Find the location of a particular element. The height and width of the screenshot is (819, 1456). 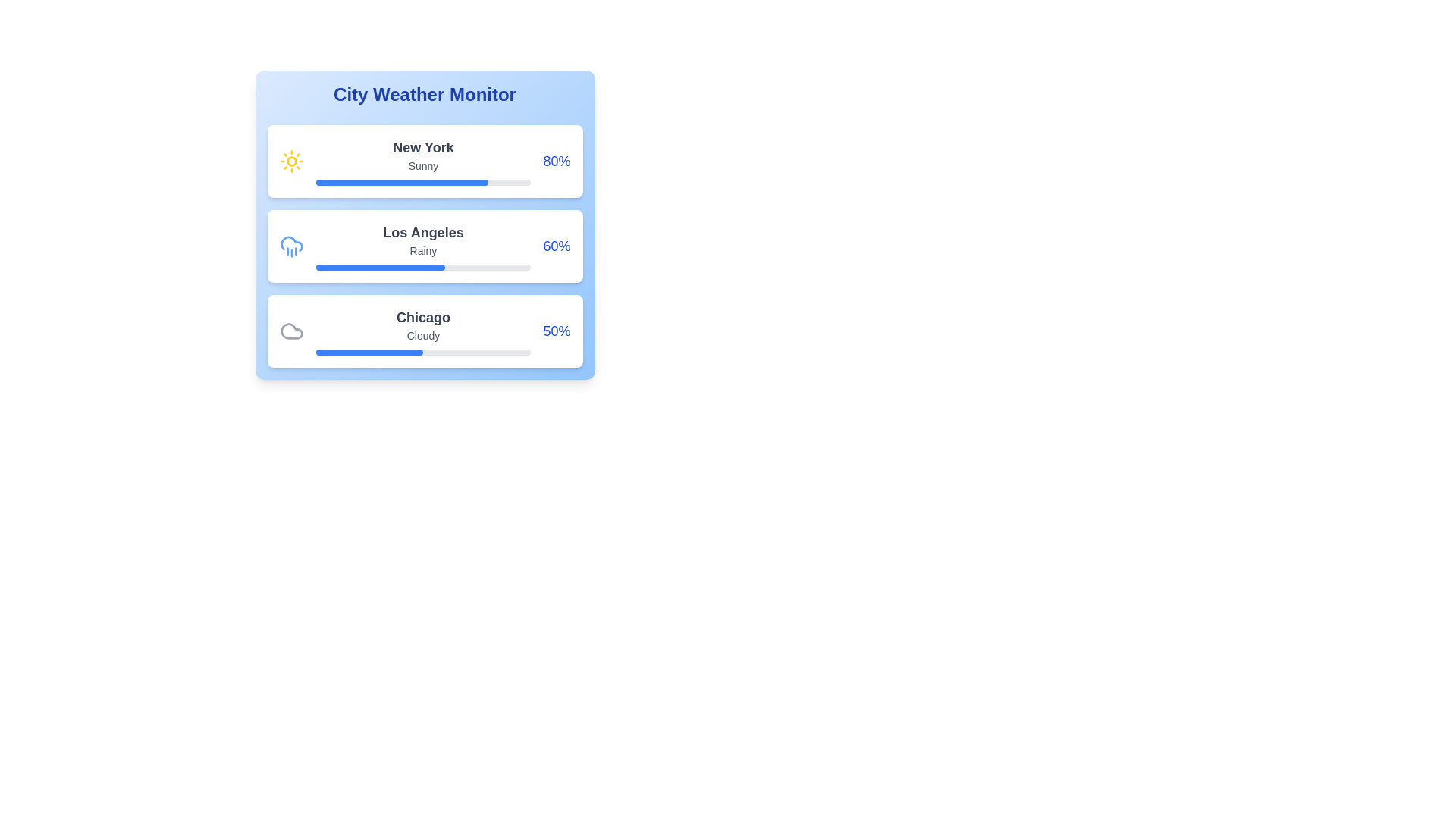

the horizontal progress bar indicating 60% completion, located below the 'Rainy' label in the 'Los Angeles' section of the card layout is located at coordinates (423, 267).